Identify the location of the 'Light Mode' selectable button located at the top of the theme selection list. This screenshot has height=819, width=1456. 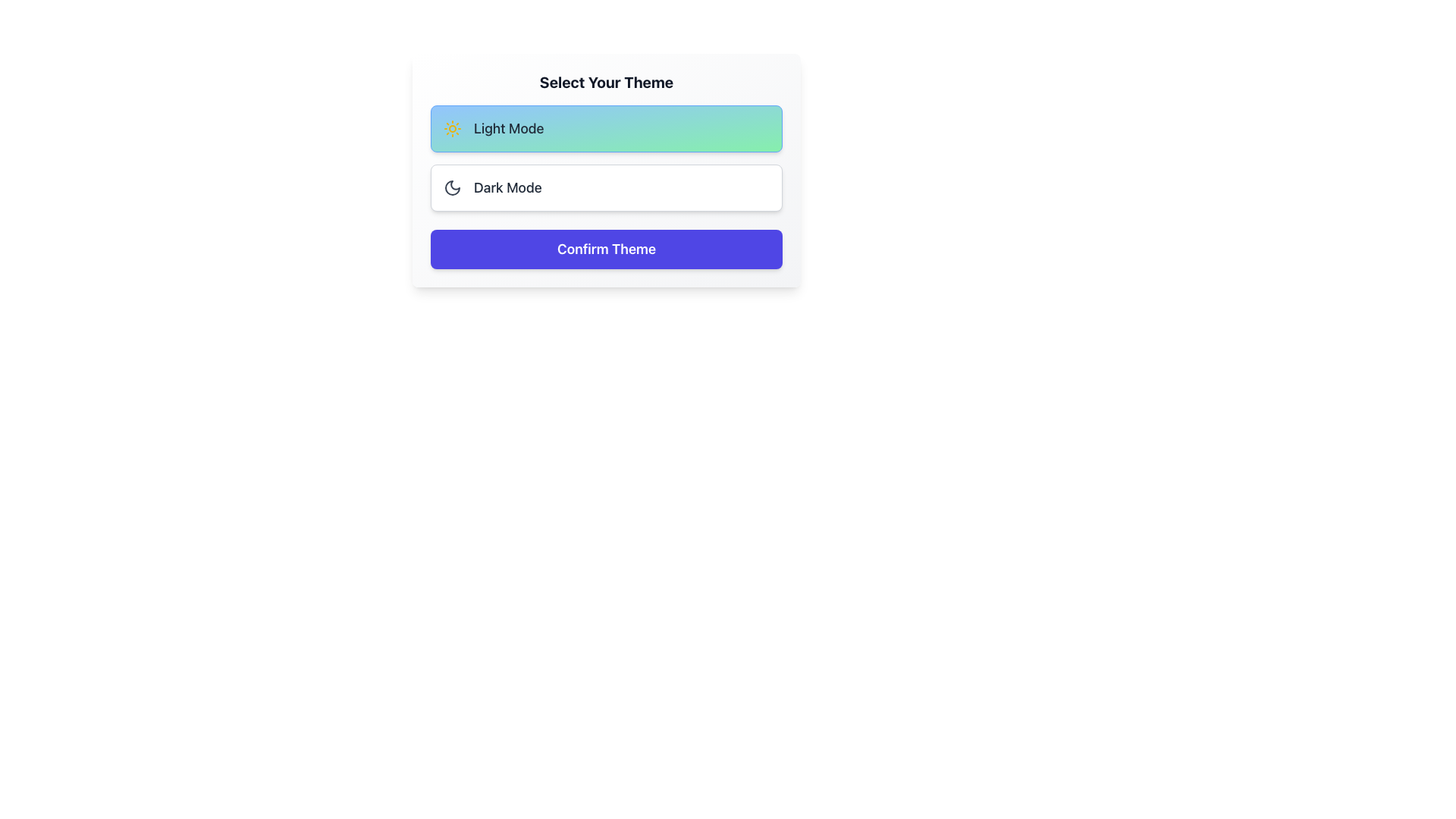
(607, 127).